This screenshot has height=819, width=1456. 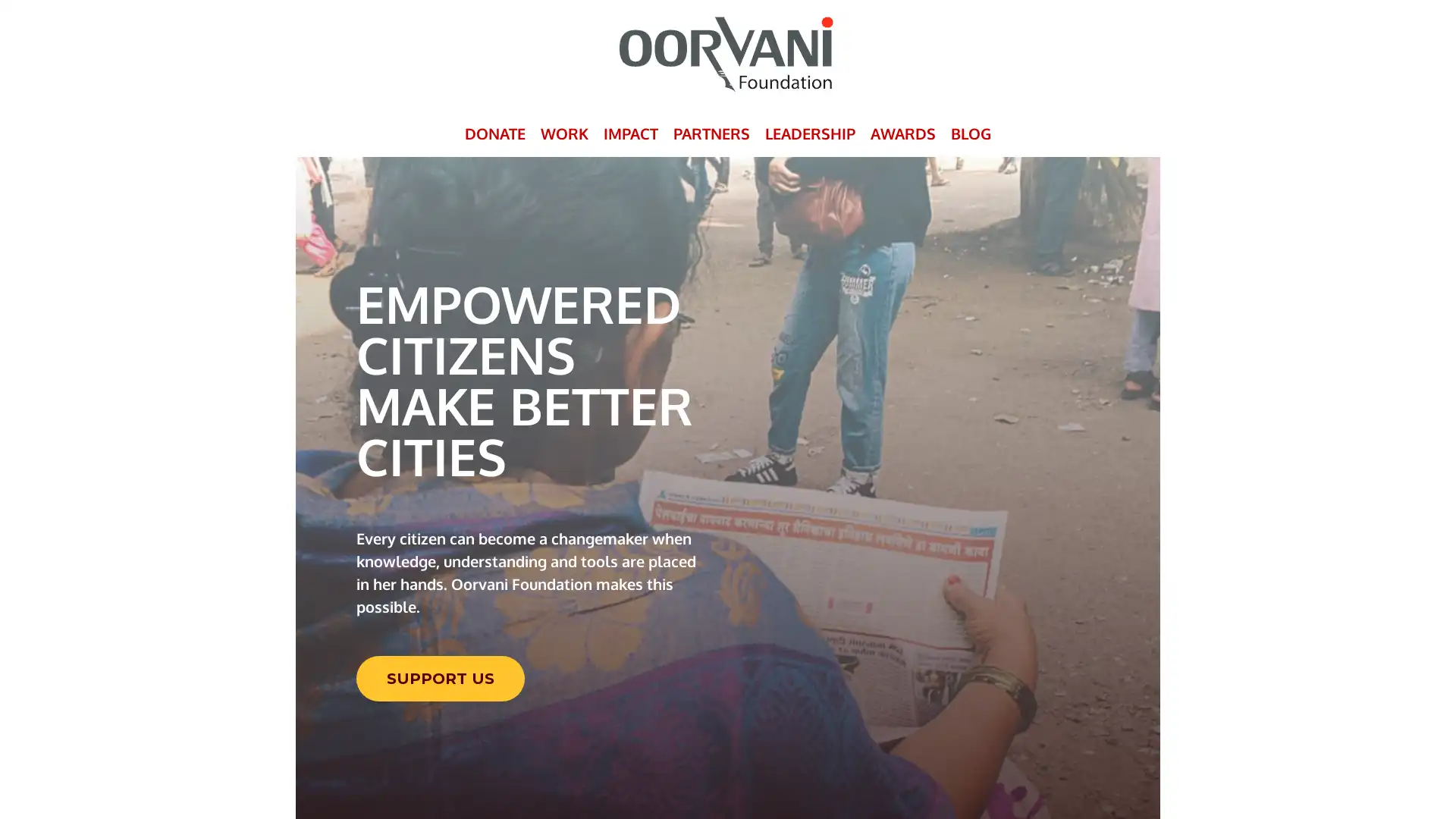 What do you see at coordinates (439, 677) in the screenshot?
I see `SUPPORT US` at bounding box center [439, 677].